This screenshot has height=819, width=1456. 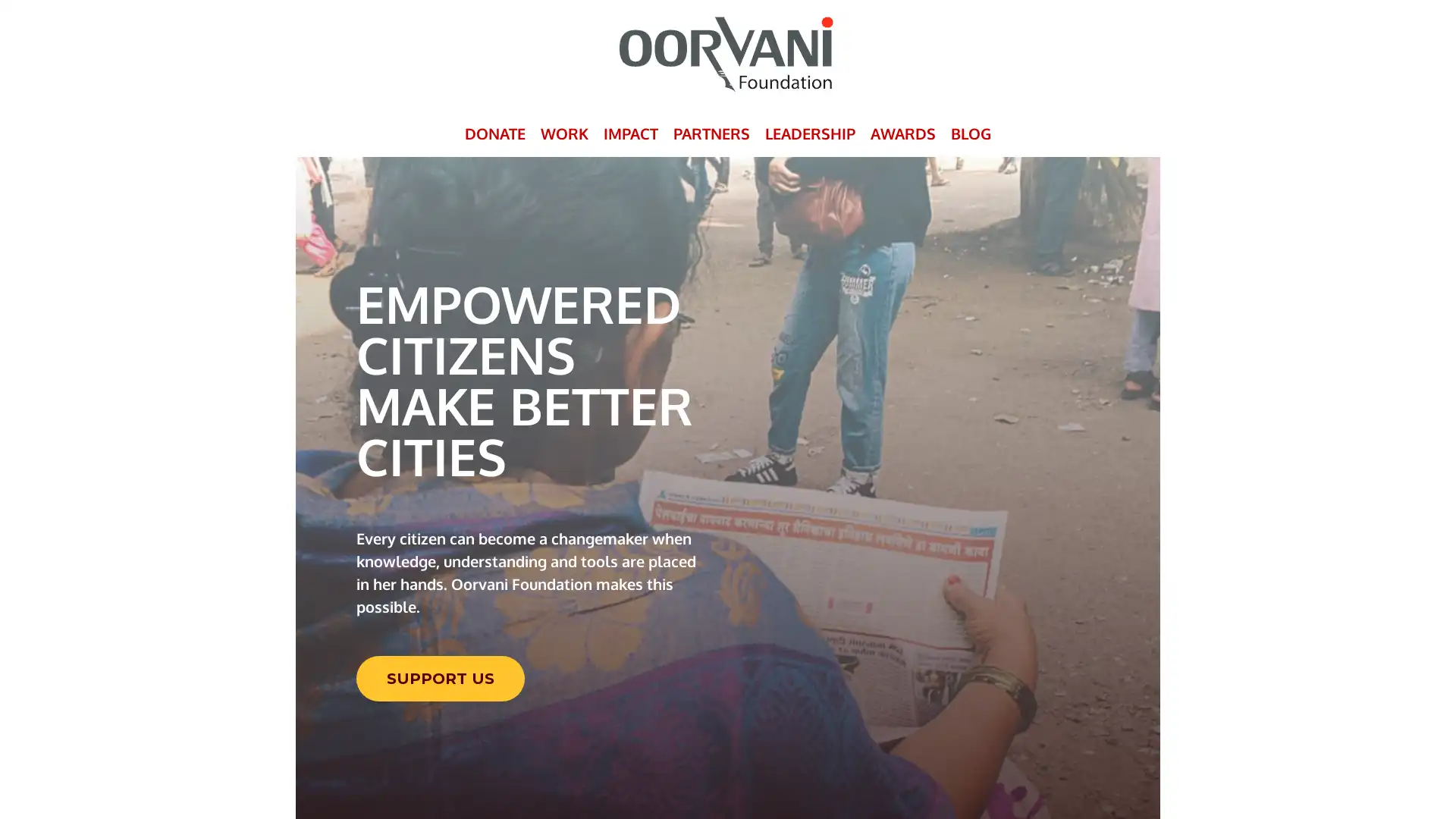 What do you see at coordinates (439, 677) in the screenshot?
I see `SUPPORT US` at bounding box center [439, 677].